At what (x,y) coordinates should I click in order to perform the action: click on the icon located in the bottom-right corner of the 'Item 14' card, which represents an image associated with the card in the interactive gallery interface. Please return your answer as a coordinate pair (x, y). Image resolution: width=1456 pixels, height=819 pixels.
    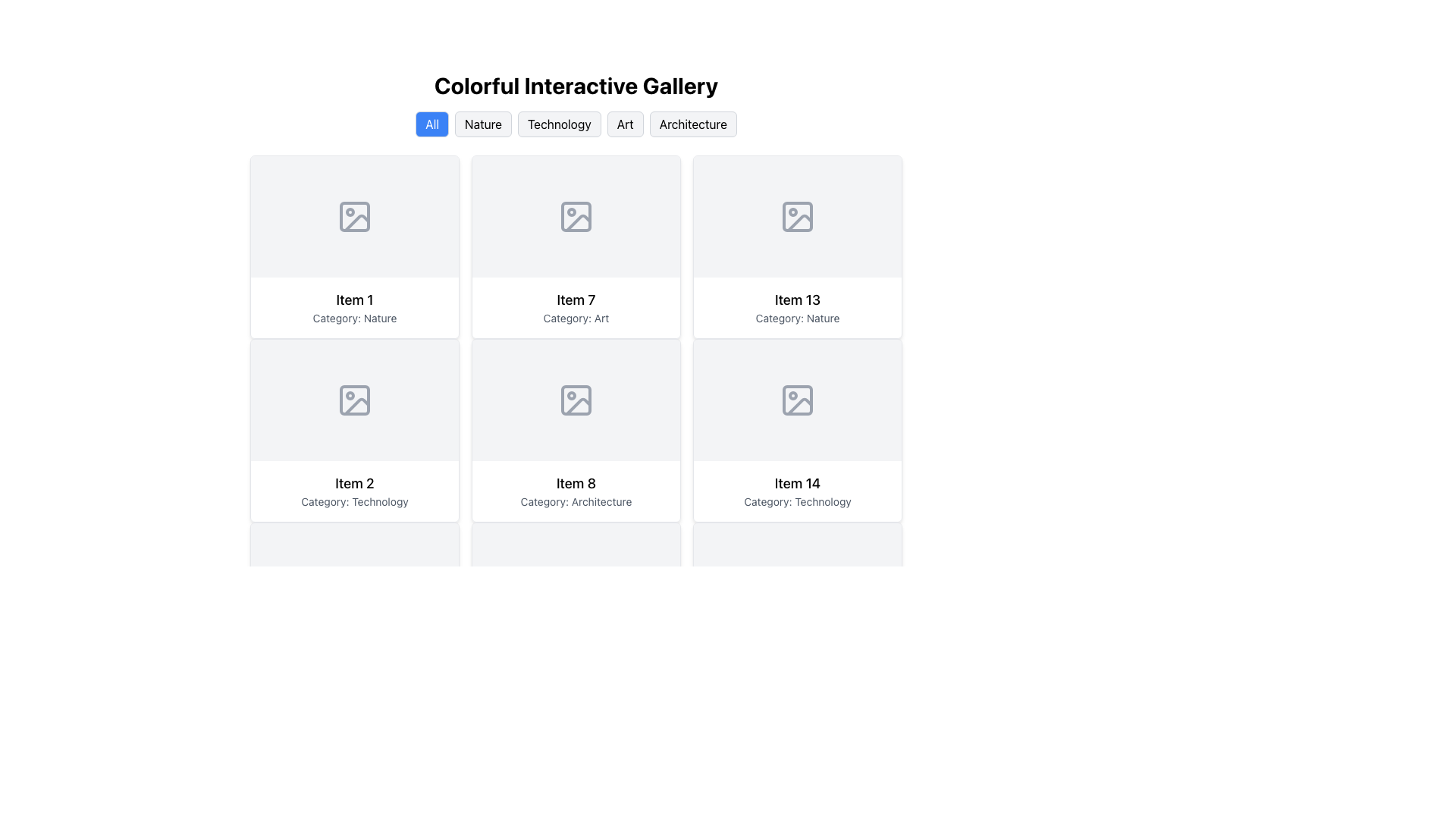
    Looking at the image, I should click on (796, 400).